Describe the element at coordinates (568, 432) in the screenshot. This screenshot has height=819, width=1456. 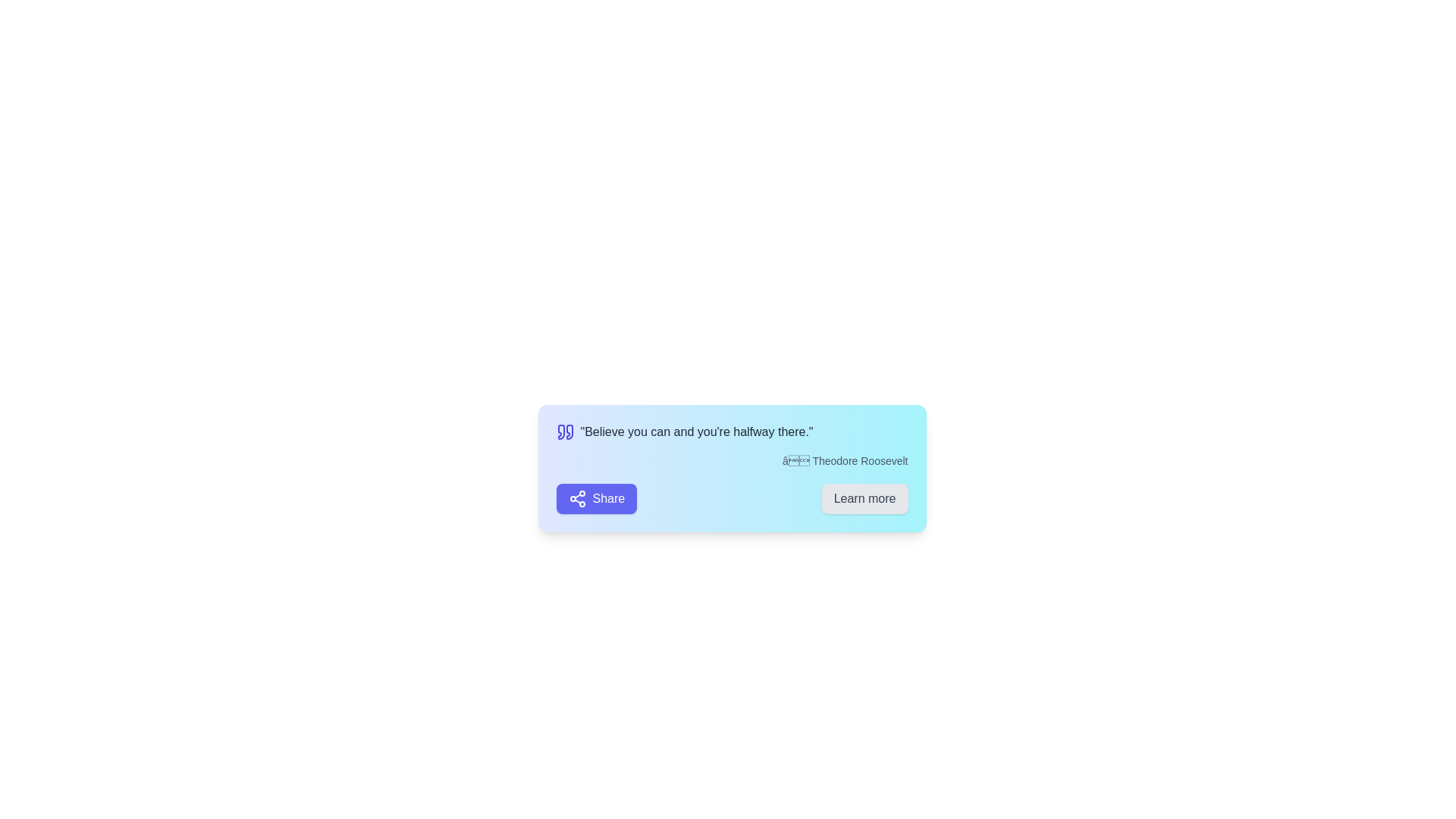
I see `the decorative quotation marks graphic located in the top-left section of the card layout, adjacent to the text block that begins with 'Believe you can and you're halfway there.'` at that location.